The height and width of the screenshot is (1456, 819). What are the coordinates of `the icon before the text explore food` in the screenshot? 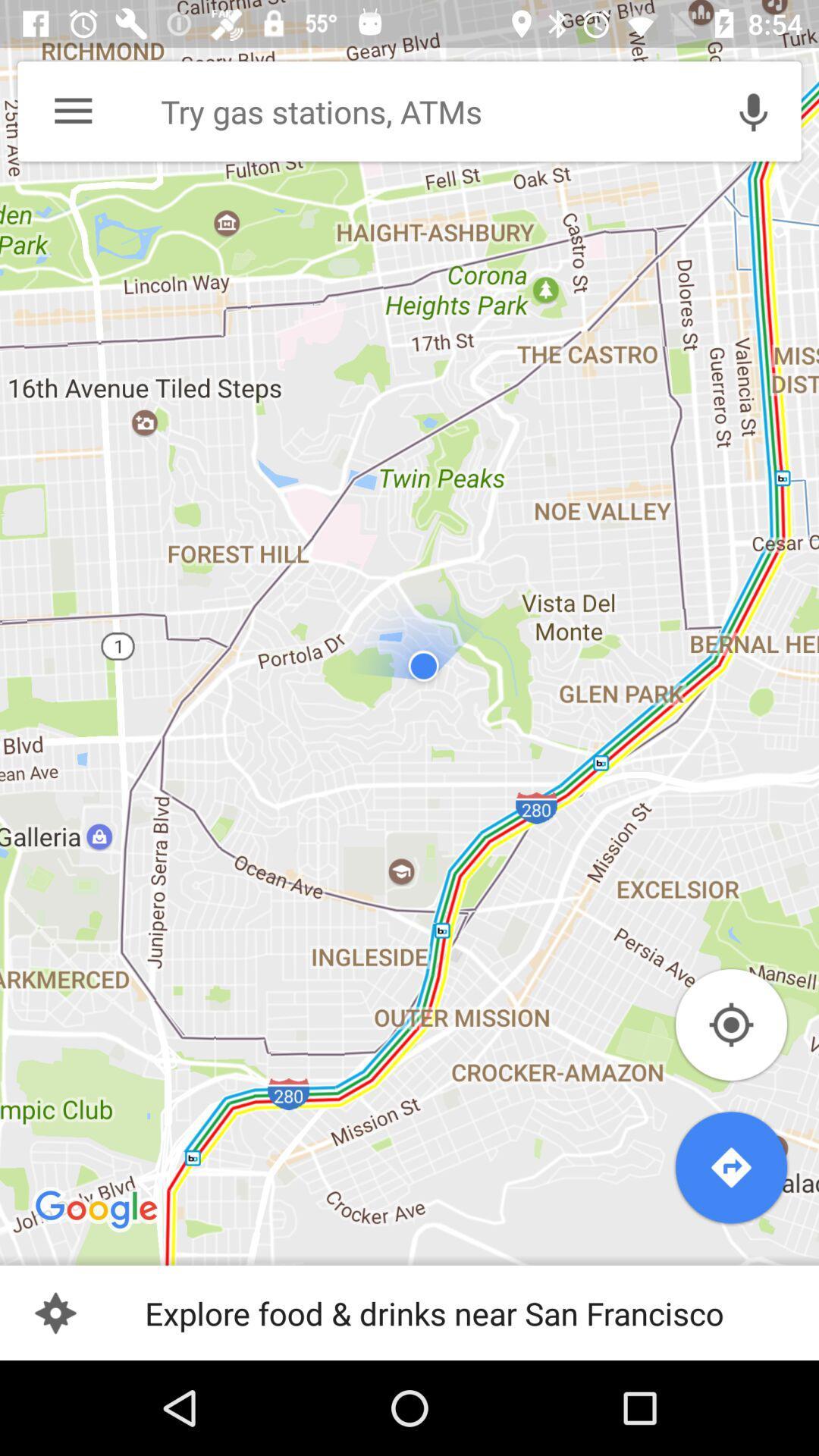 It's located at (55, 1312).